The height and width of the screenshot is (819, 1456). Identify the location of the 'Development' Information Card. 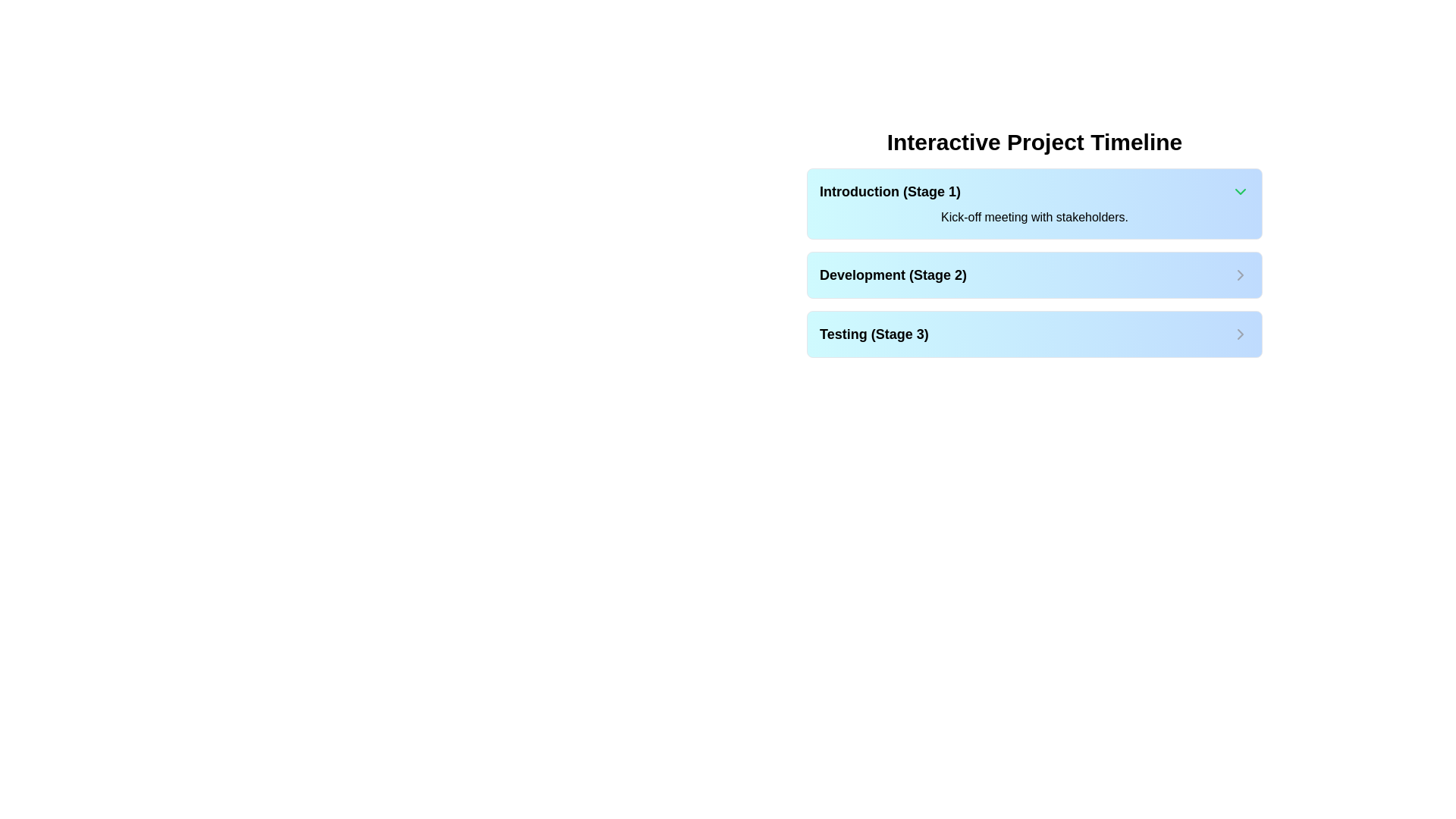
(1034, 262).